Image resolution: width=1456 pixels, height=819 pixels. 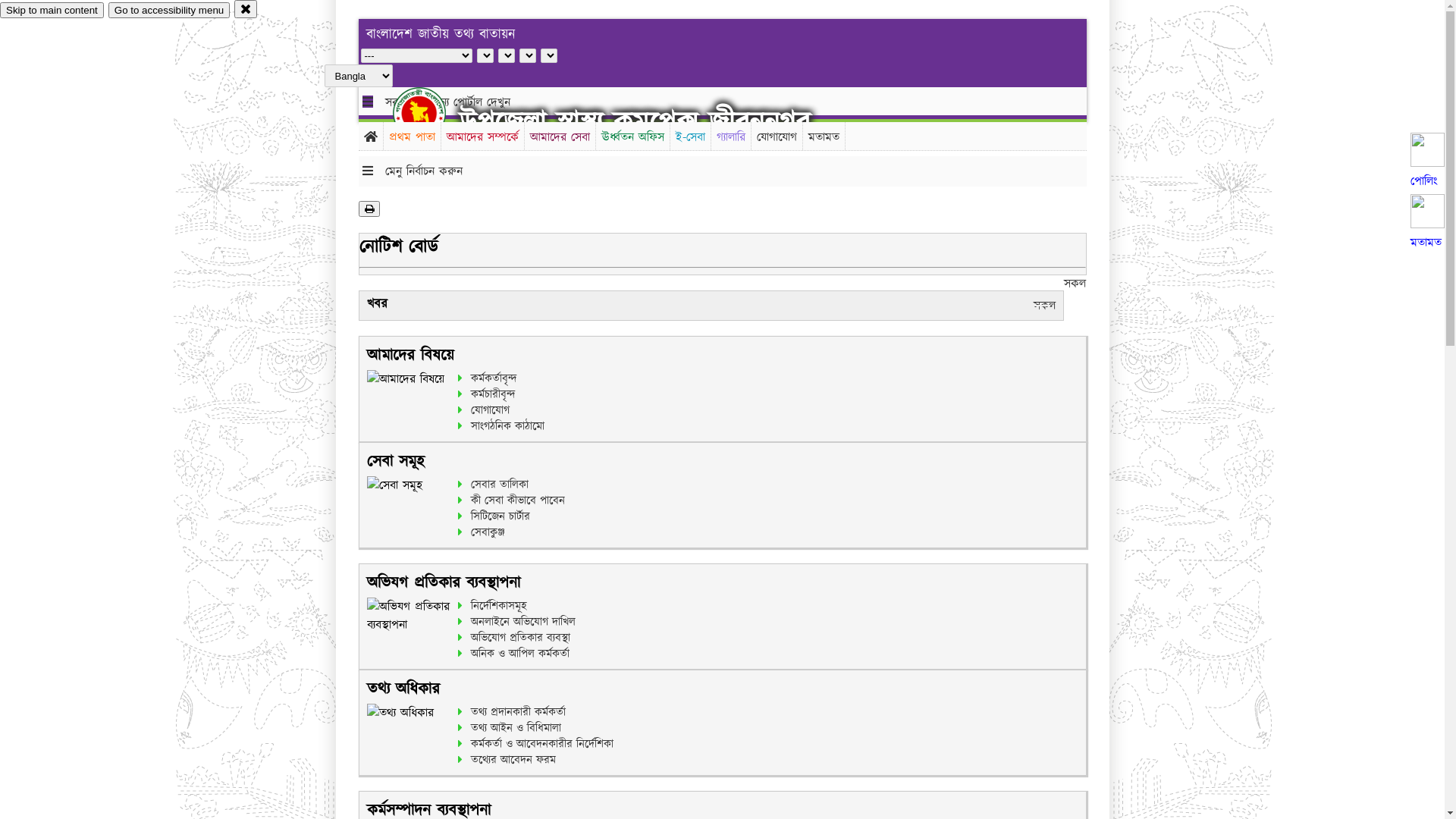 I want to click on 'Go to accessibility menu', so click(x=168, y=10).